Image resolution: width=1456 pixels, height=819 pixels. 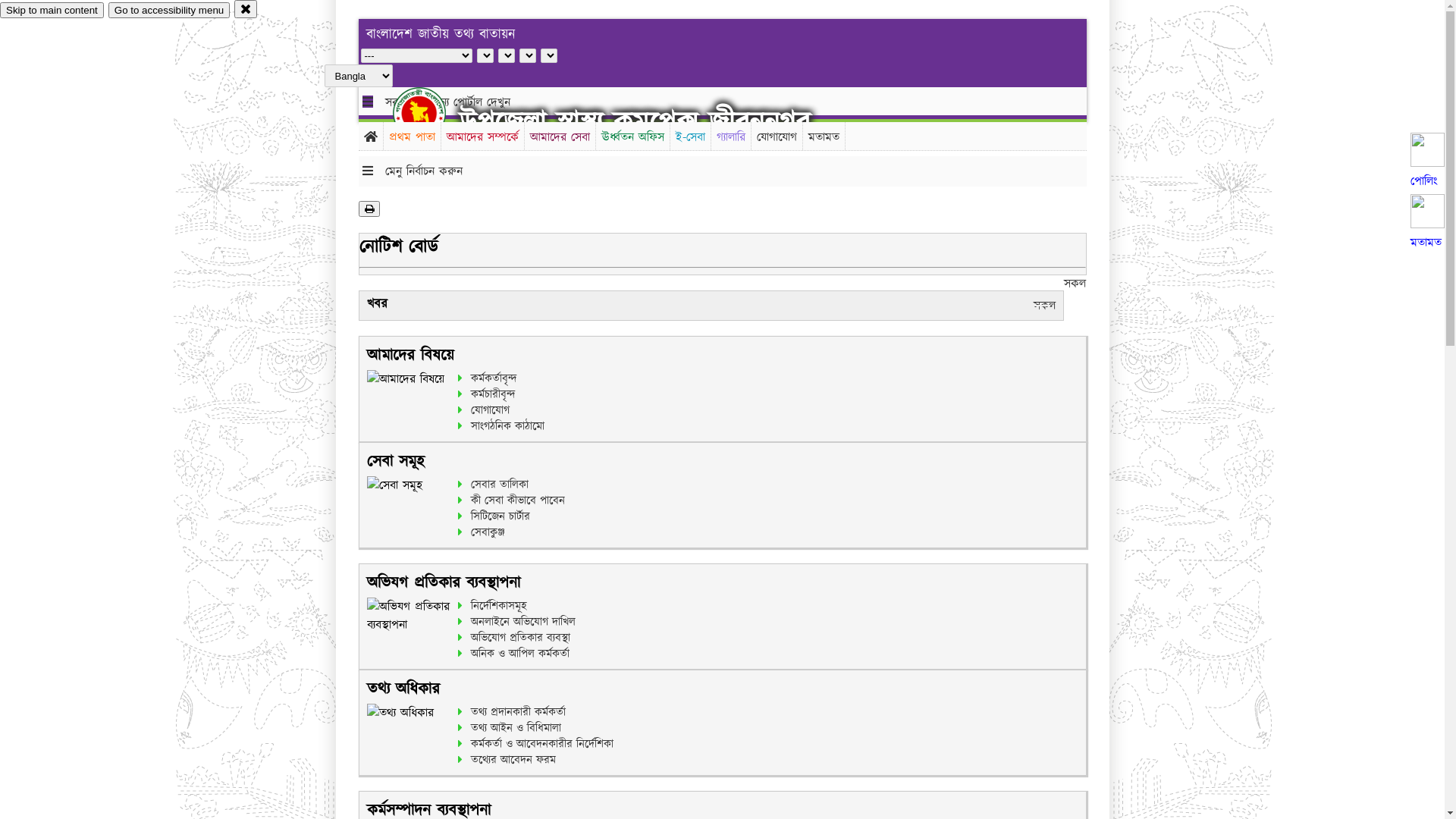 I want to click on 'Go to accessibility menu', so click(x=168, y=10).